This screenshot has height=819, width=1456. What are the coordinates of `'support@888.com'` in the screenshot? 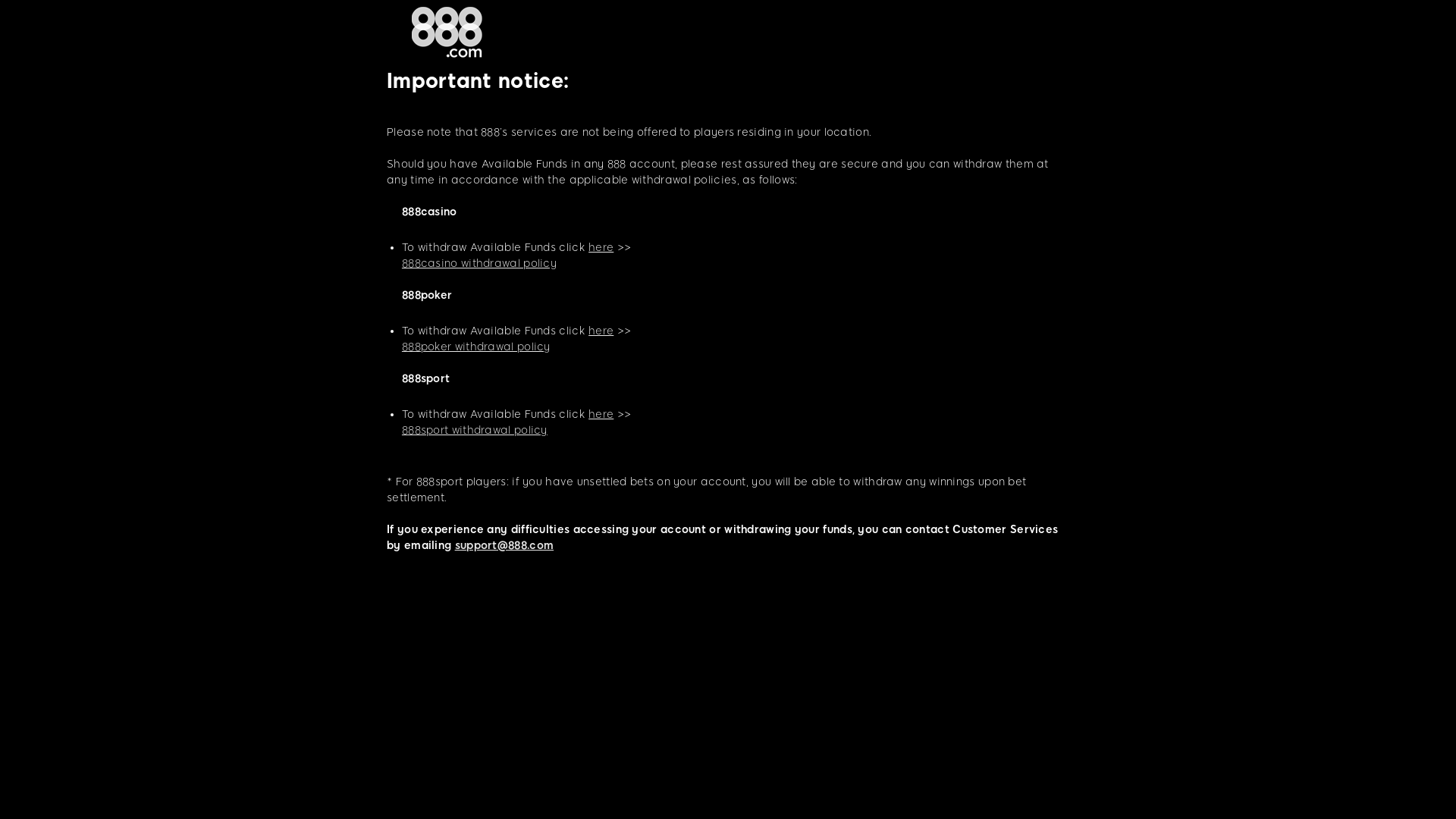 It's located at (504, 544).